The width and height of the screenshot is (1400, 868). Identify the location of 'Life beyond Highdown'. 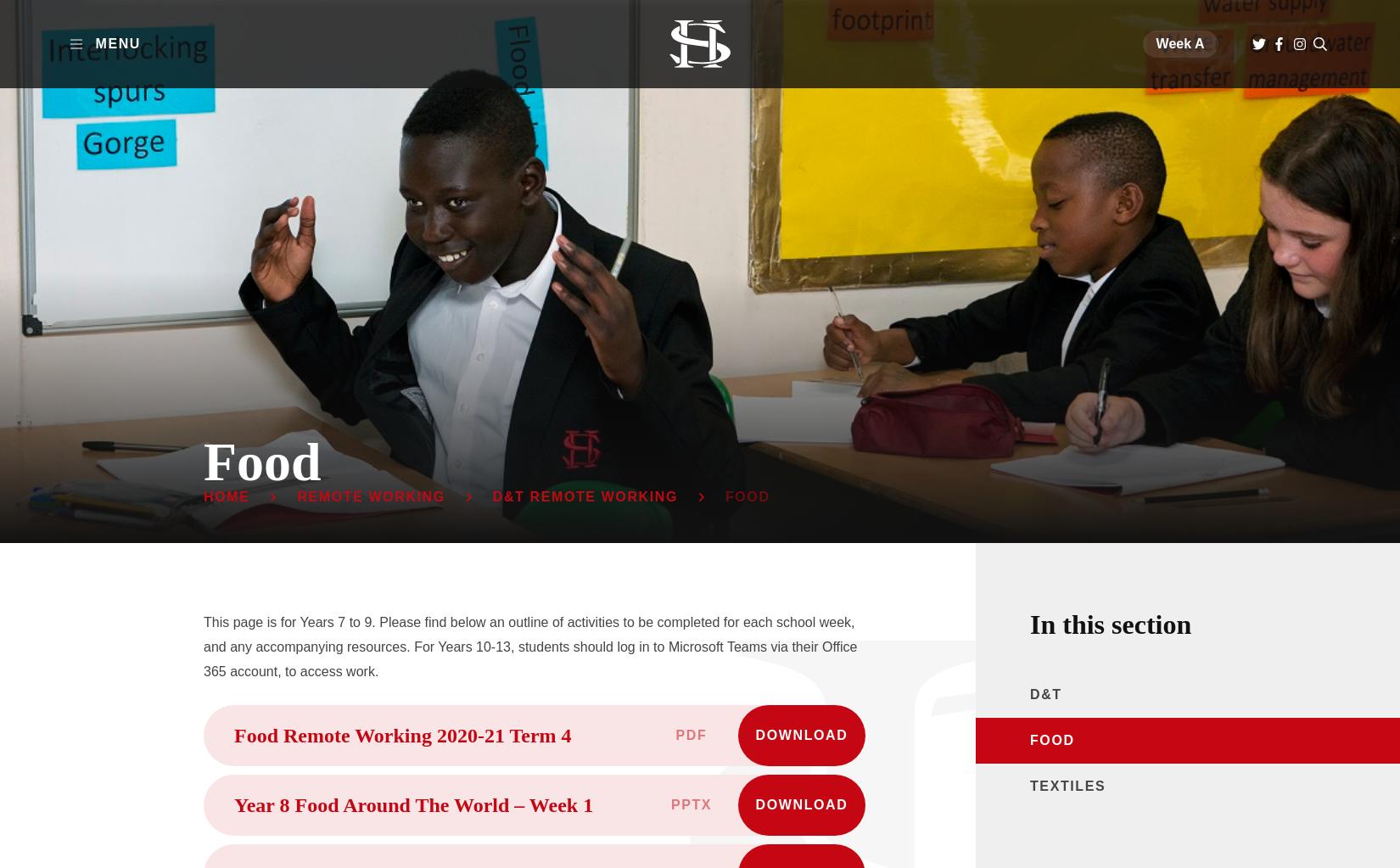
(568, 115).